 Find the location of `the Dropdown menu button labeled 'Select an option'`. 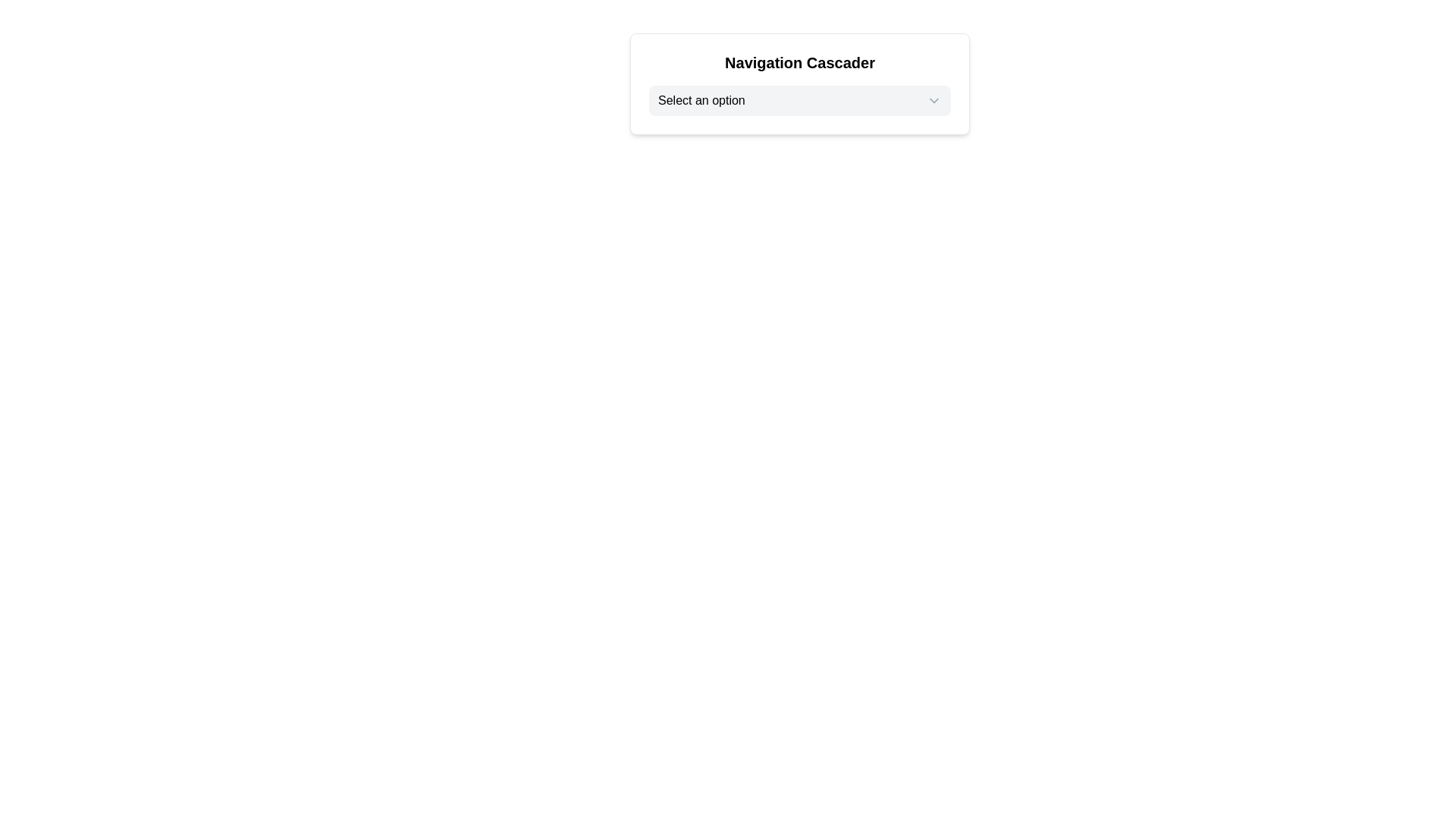

the Dropdown menu button labeled 'Select an option' is located at coordinates (799, 100).